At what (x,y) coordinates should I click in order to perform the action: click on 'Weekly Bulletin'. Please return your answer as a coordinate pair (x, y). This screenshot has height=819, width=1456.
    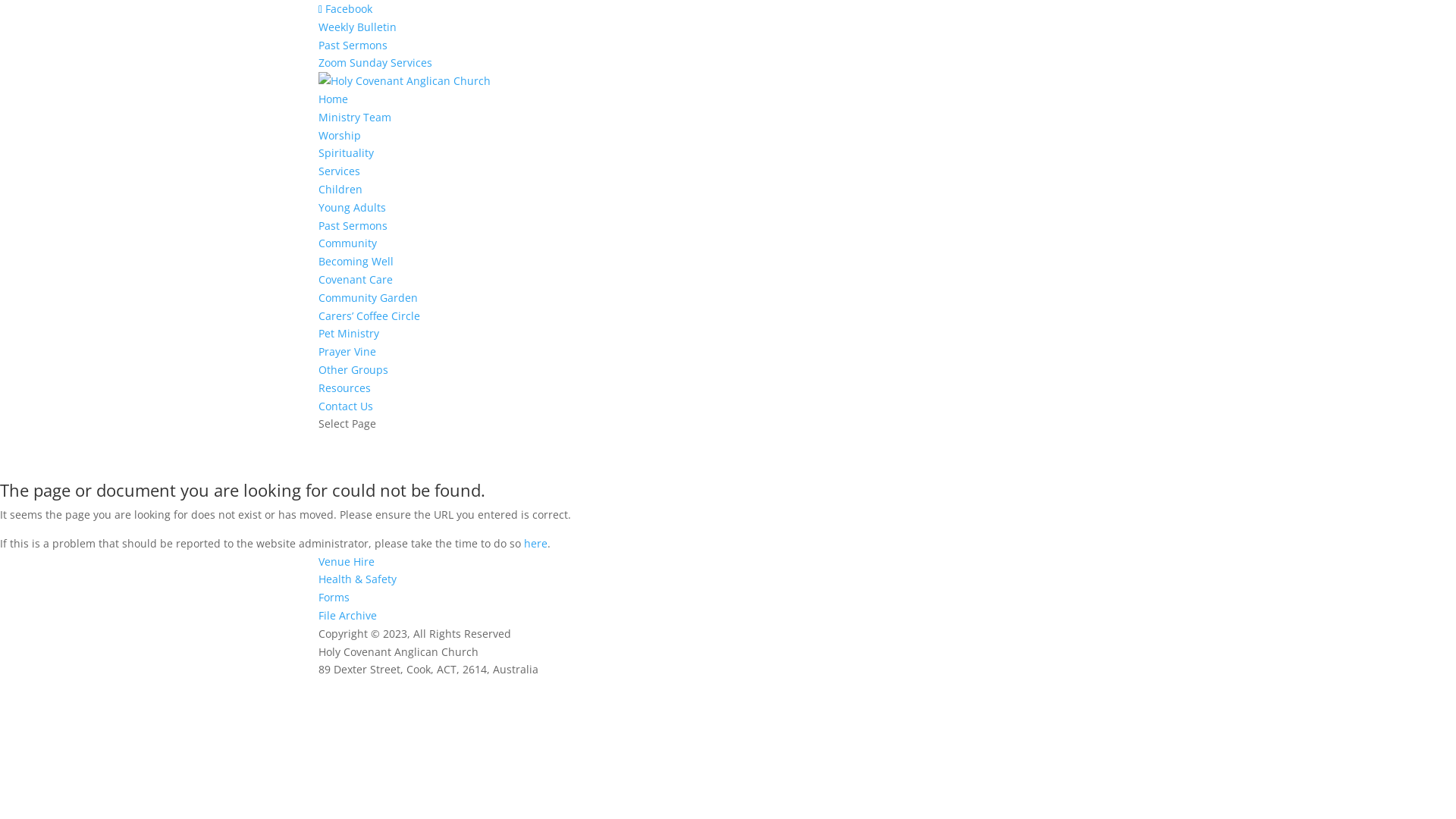
    Looking at the image, I should click on (356, 27).